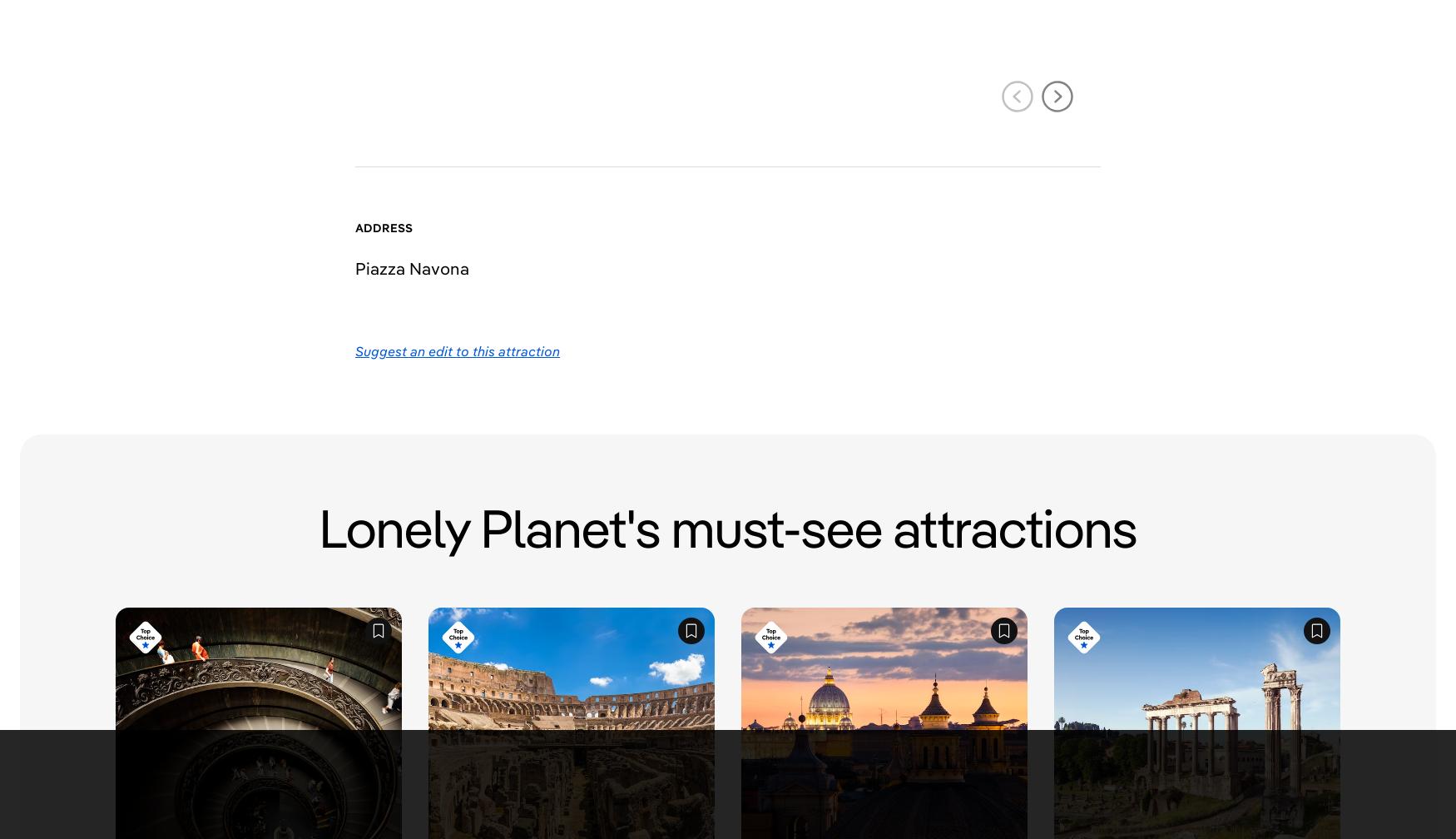 Image resolution: width=1456 pixels, height=839 pixels. I want to click on 'England', so click(626, 577).